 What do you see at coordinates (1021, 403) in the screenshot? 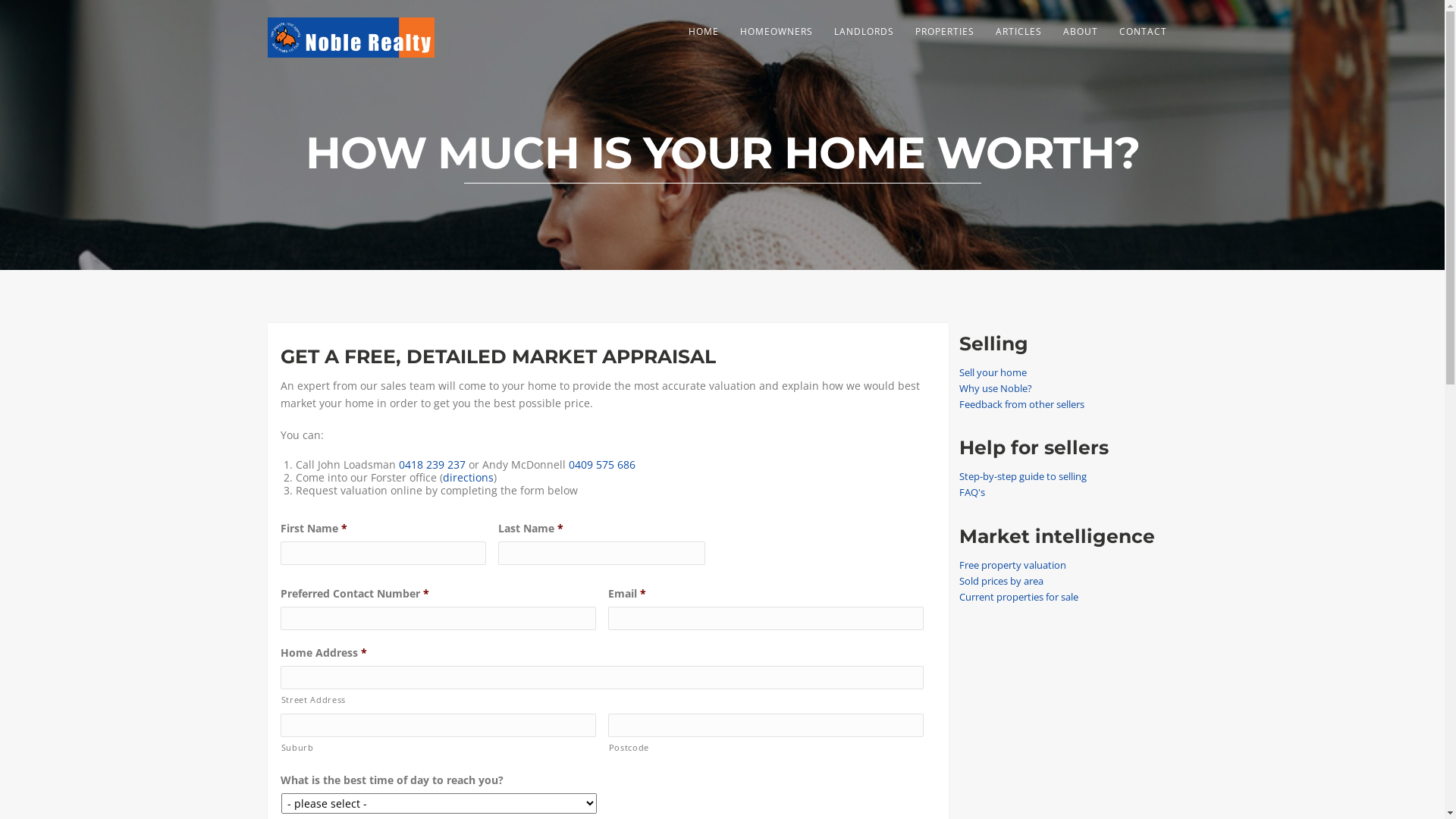
I see `'Feedback from other sellers'` at bounding box center [1021, 403].